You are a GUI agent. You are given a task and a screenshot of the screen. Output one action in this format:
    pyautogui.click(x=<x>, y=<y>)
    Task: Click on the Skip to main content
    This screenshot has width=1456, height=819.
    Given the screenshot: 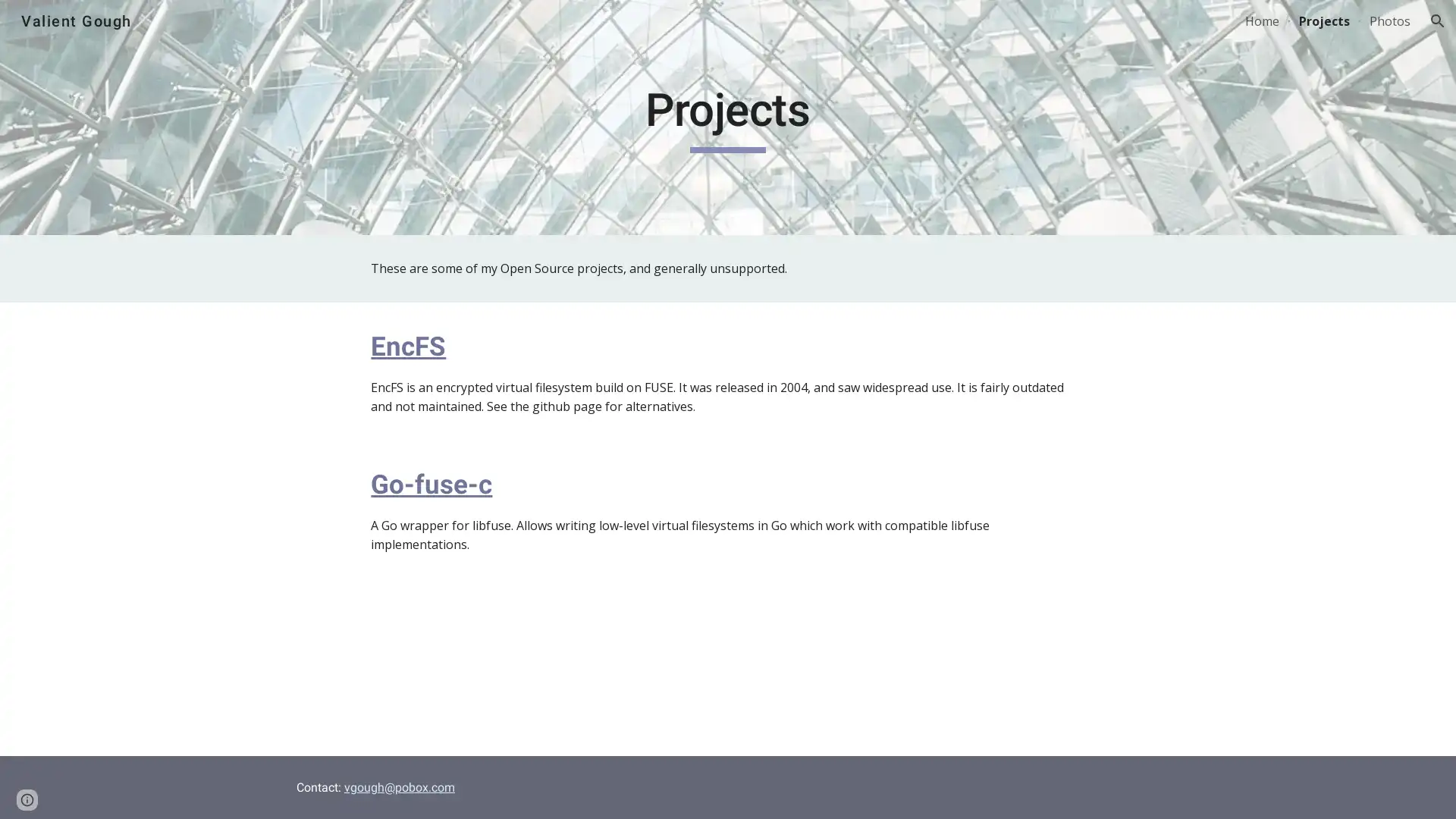 What is the action you would take?
    pyautogui.click(x=597, y=28)
    